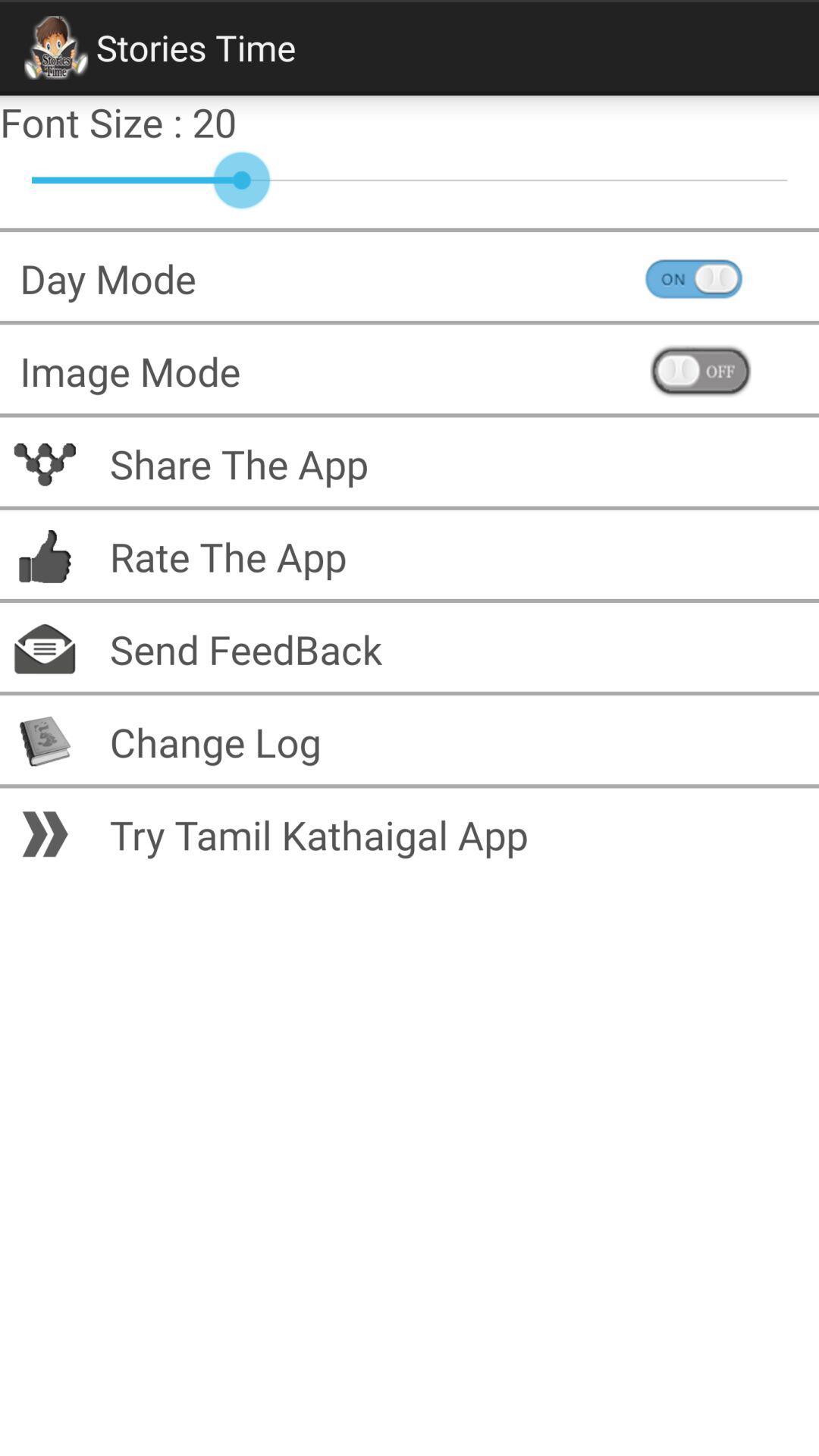 The width and height of the screenshot is (819, 1456). What do you see at coordinates (453, 742) in the screenshot?
I see `the change log item` at bounding box center [453, 742].